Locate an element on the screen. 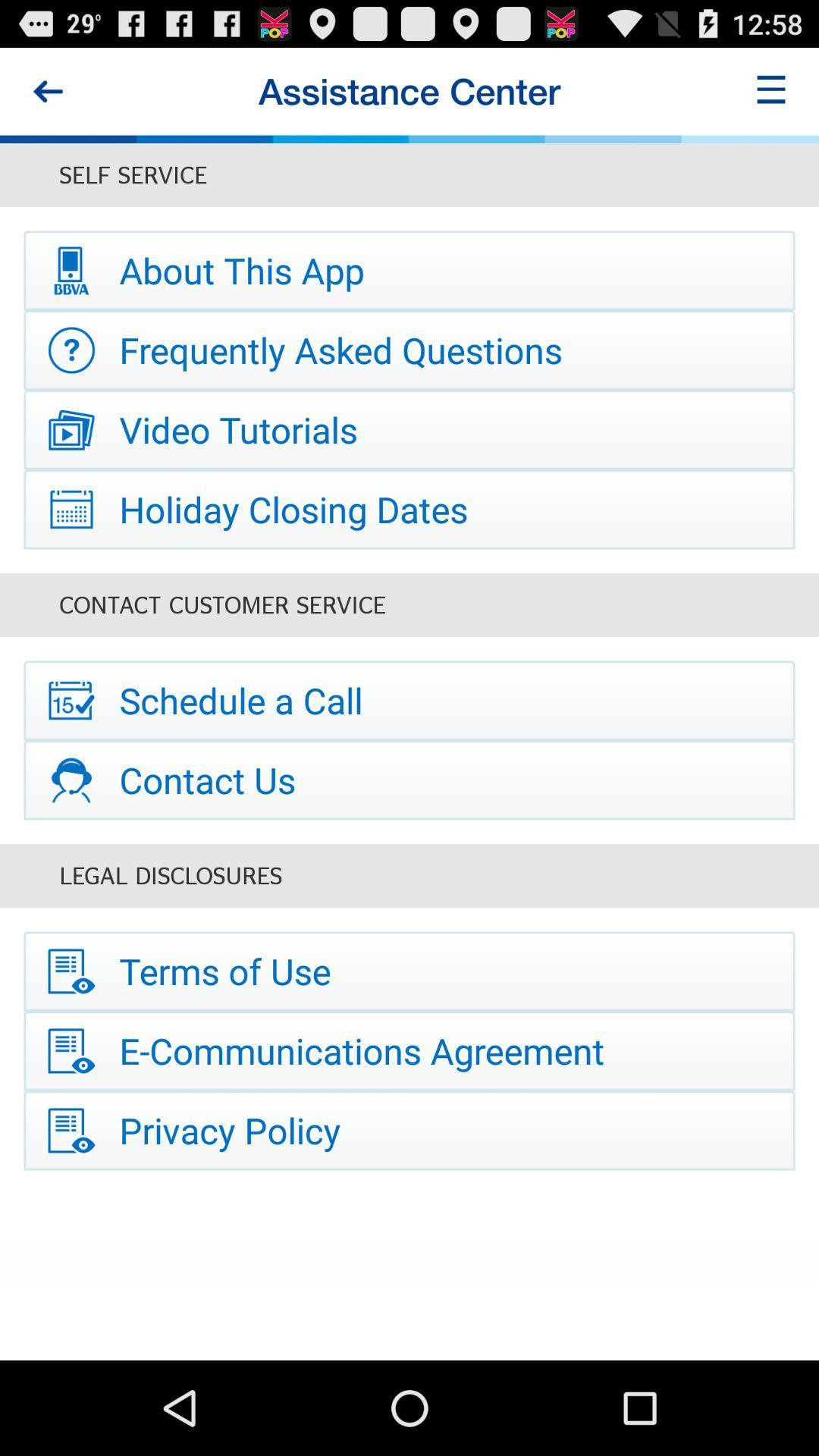 The width and height of the screenshot is (819, 1456). the item to the left of assistance center item is located at coordinates (46, 90).